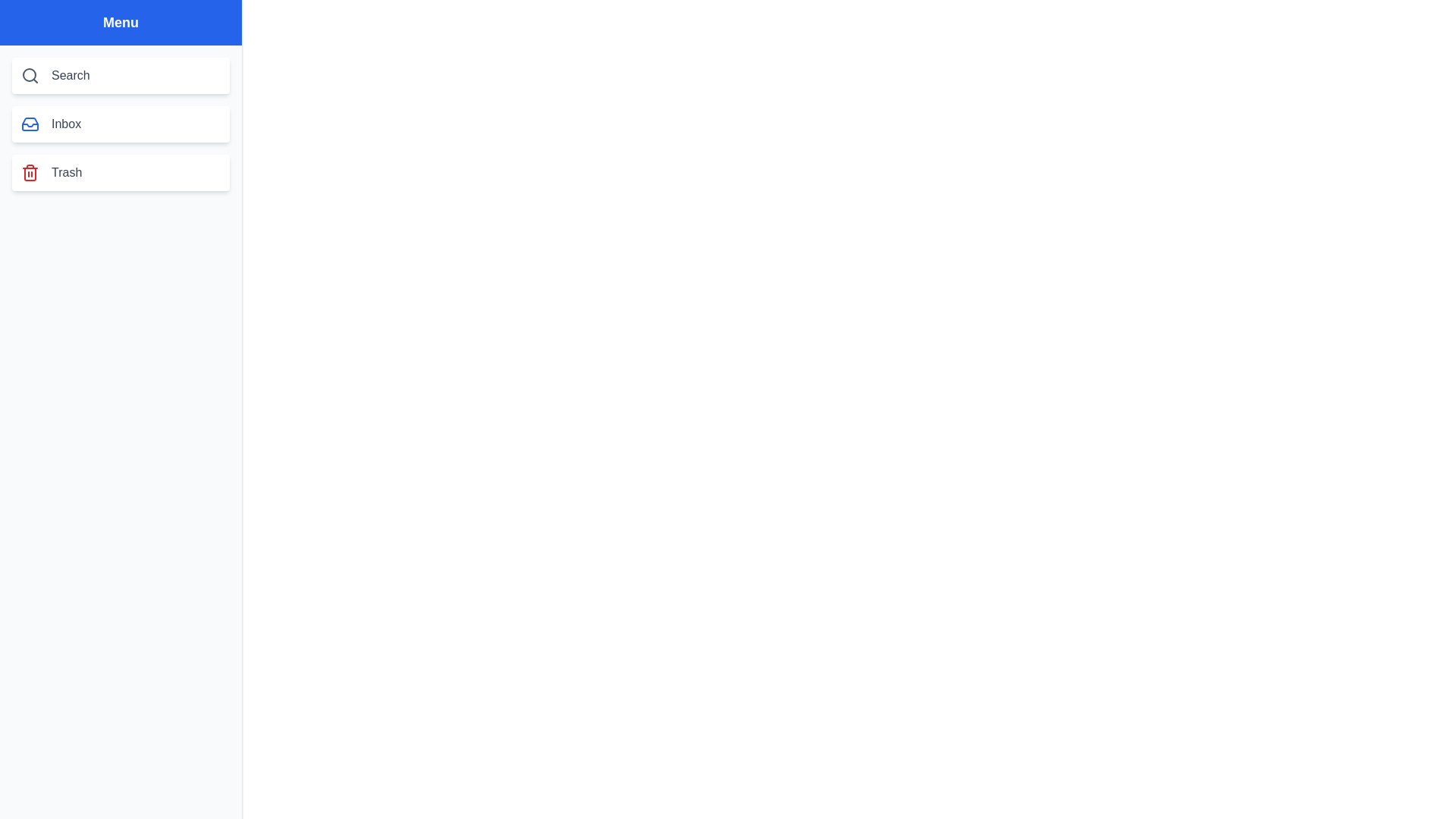 Image resolution: width=1456 pixels, height=819 pixels. Describe the element at coordinates (120, 76) in the screenshot. I see `the menu item Search by clicking on it` at that location.